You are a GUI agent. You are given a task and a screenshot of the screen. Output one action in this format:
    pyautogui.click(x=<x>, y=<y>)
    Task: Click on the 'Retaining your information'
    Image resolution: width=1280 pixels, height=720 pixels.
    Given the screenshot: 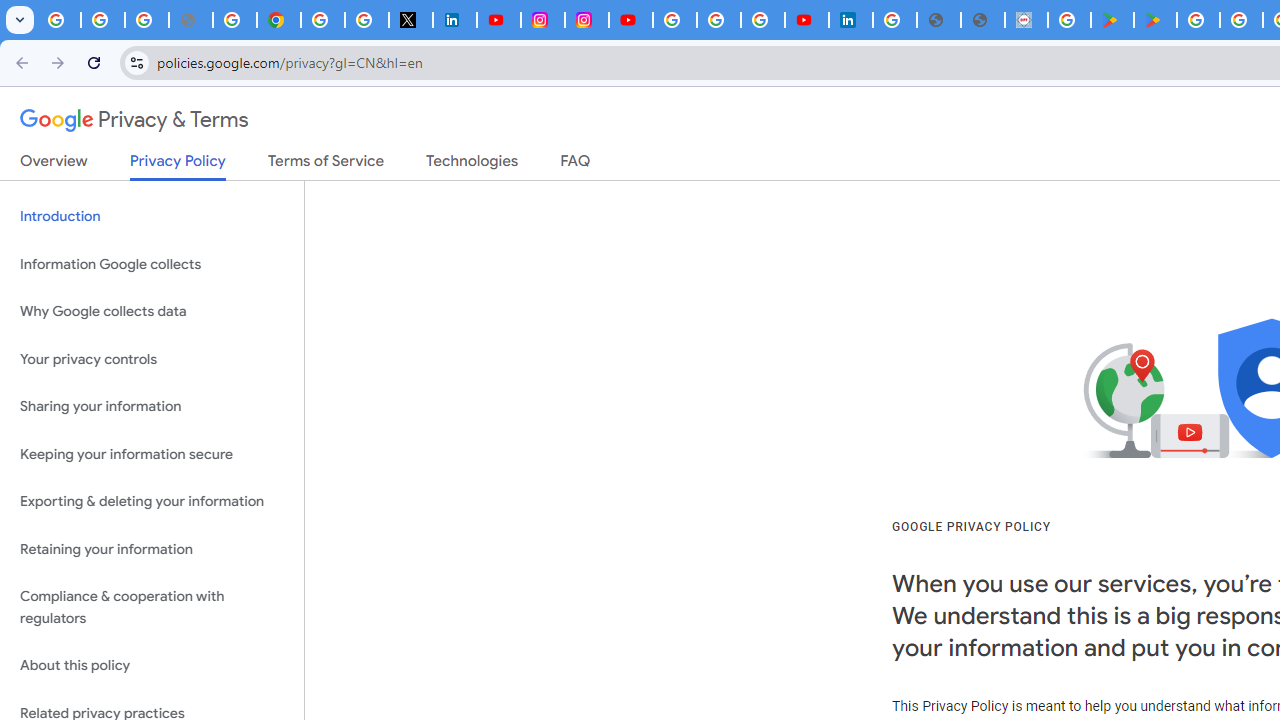 What is the action you would take?
    pyautogui.click(x=151, y=549)
    